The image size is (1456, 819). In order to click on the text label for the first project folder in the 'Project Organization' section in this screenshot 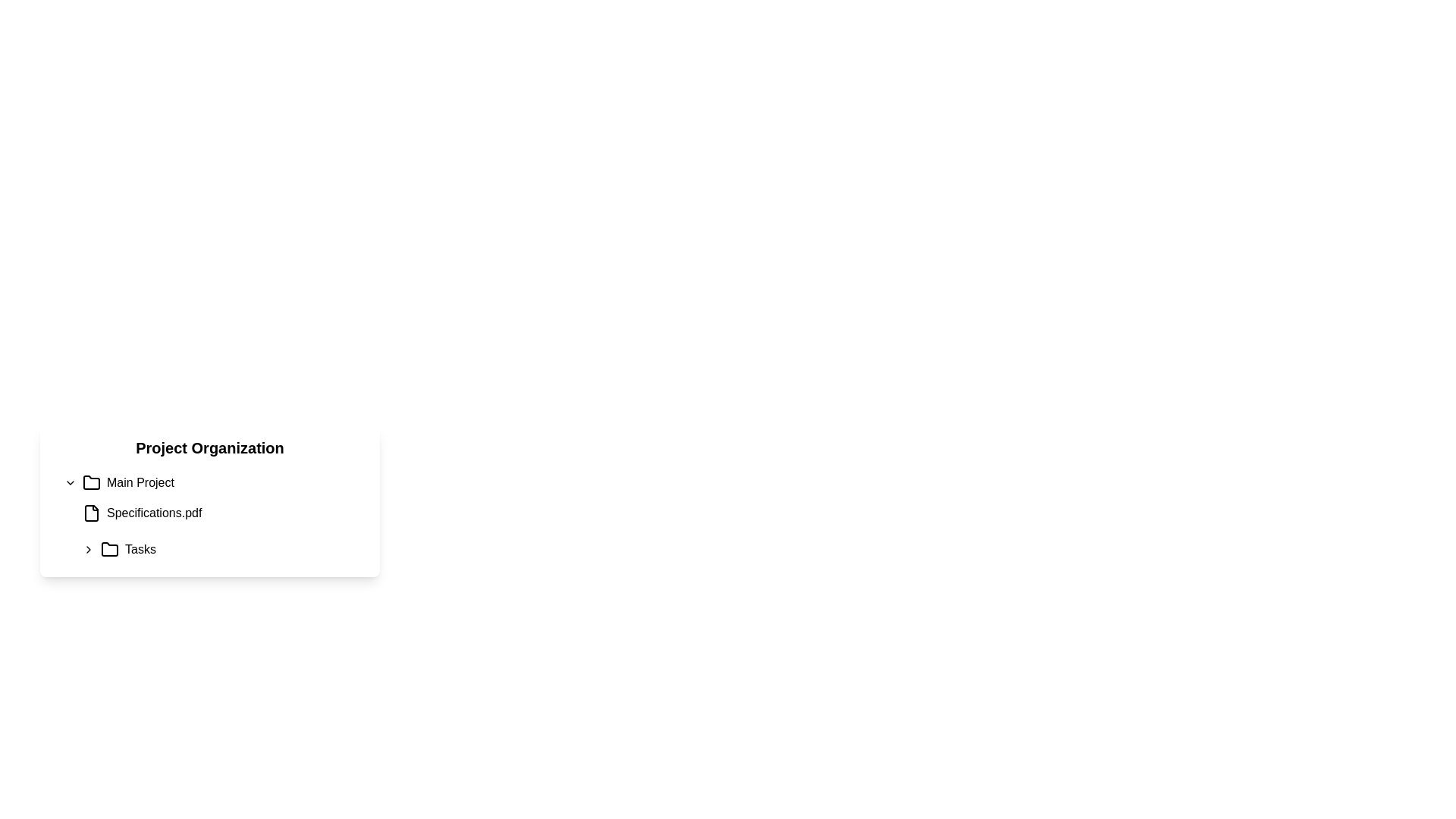, I will do `click(140, 482)`.